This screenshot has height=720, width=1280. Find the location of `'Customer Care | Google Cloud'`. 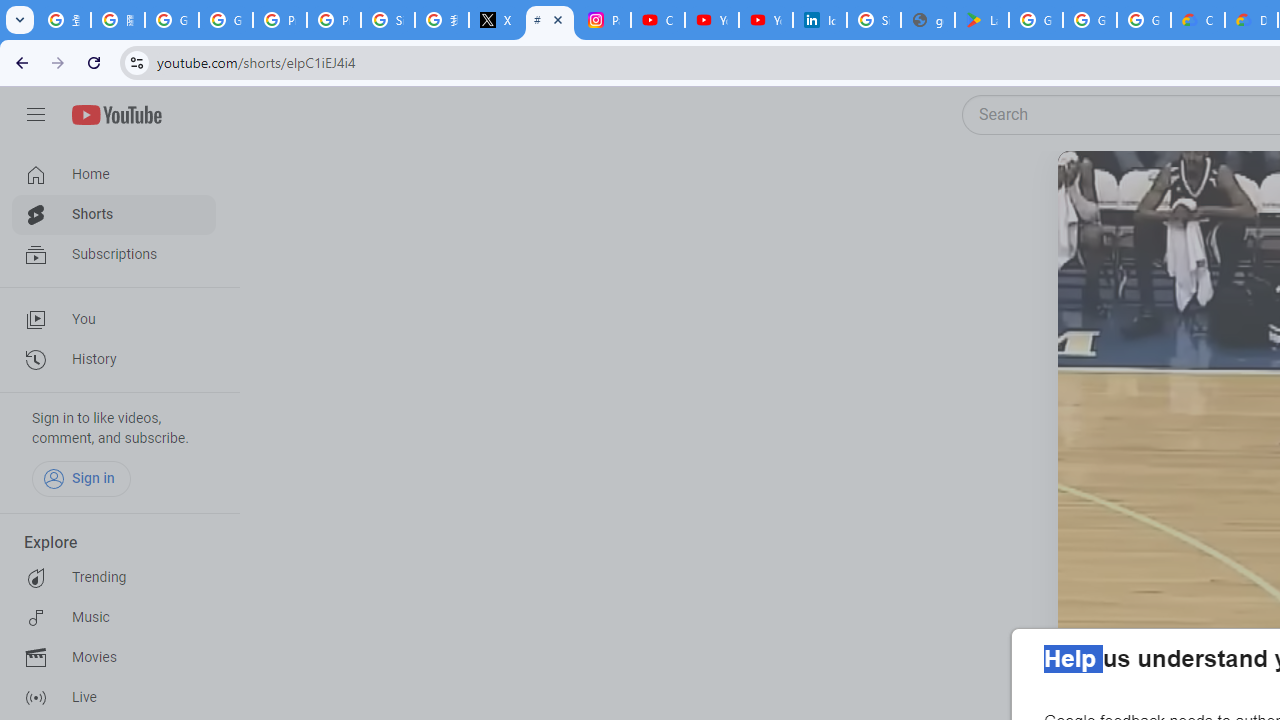

'Customer Care | Google Cloud' is located at coordinates (1198, 20).